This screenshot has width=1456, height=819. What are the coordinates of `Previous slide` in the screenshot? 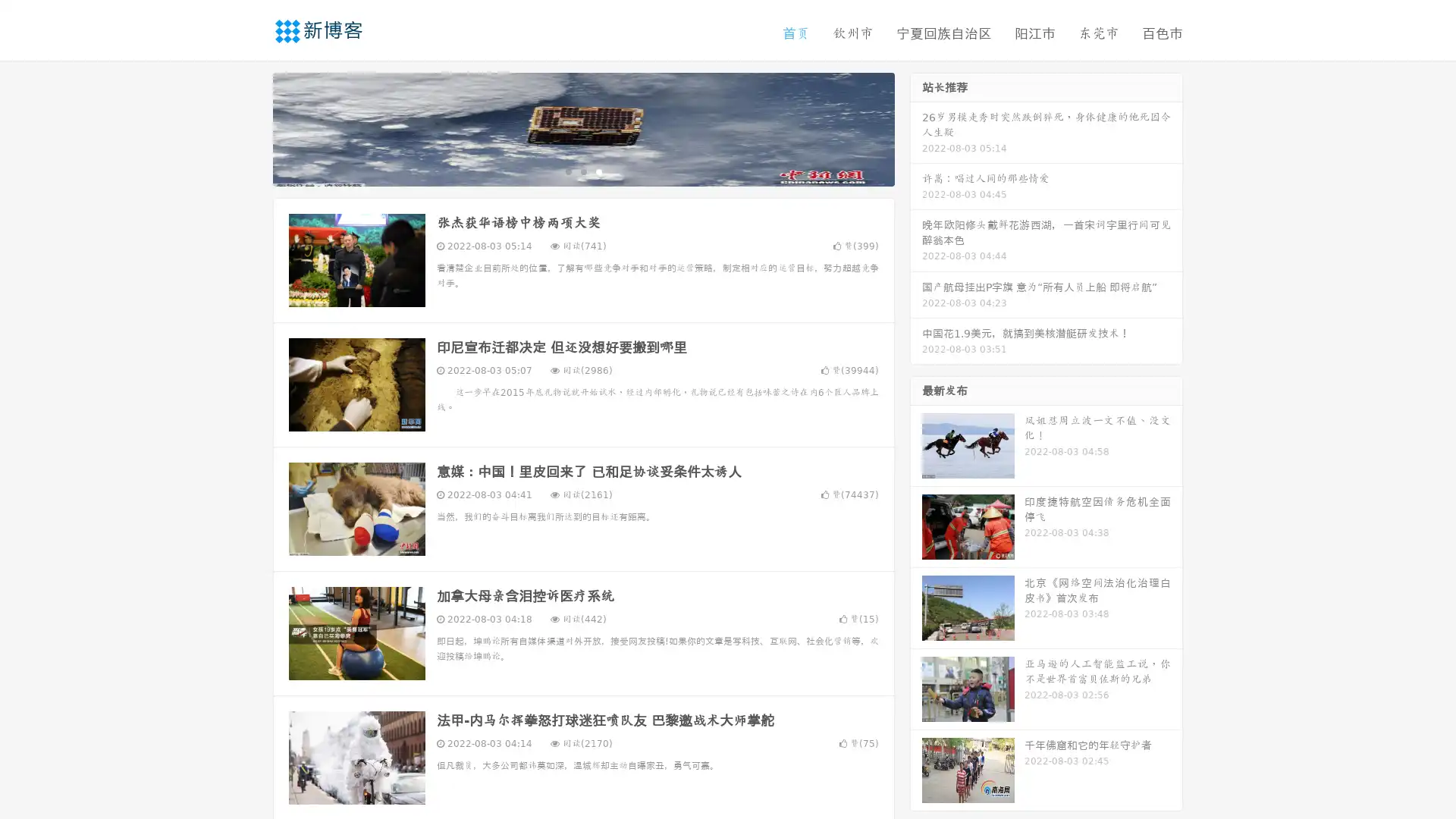 It's located at (250, 127).